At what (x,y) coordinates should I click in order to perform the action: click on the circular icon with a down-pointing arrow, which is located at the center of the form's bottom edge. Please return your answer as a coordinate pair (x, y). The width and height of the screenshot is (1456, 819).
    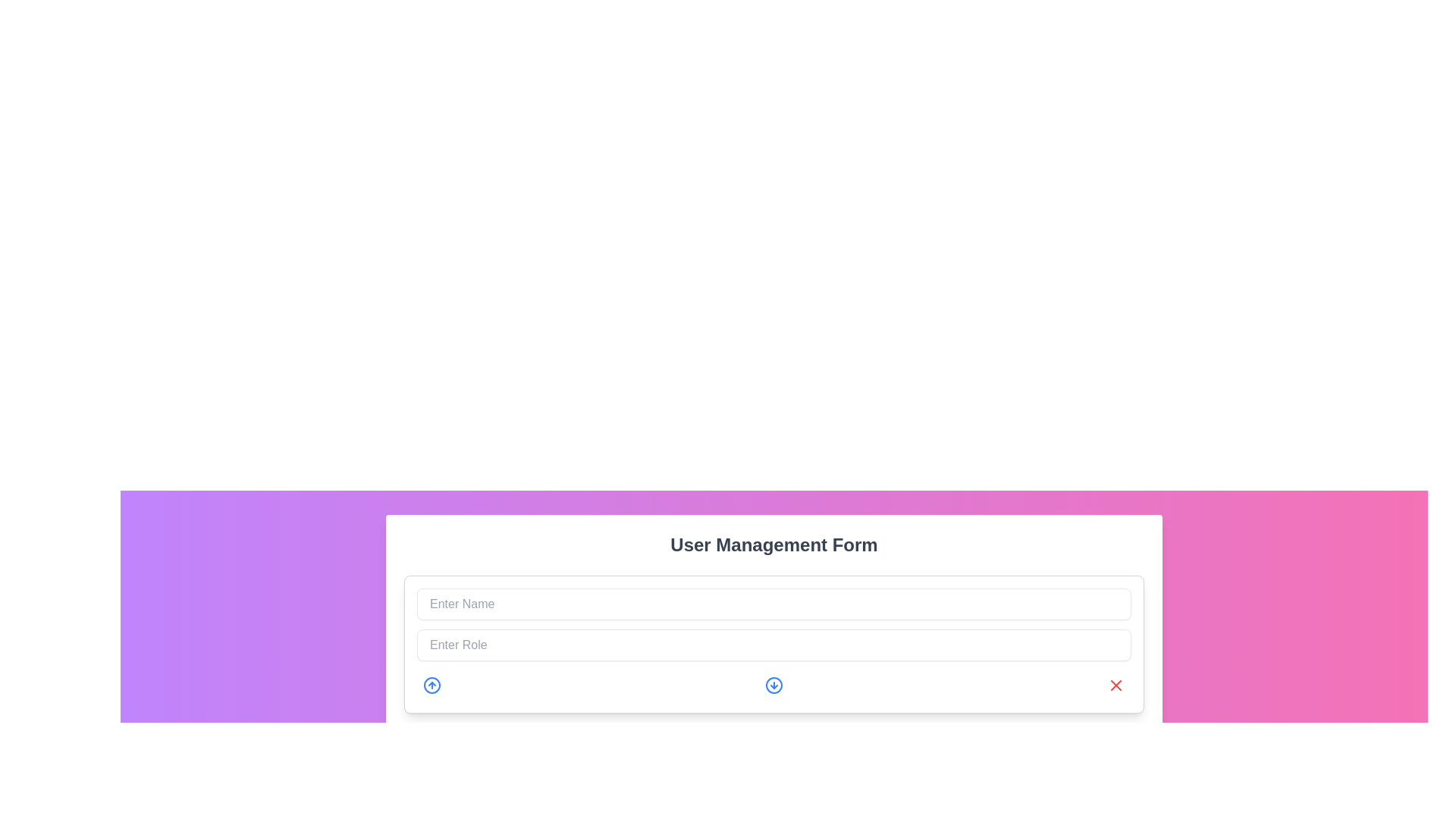
    Looking at the image, I should click on (774, 685).